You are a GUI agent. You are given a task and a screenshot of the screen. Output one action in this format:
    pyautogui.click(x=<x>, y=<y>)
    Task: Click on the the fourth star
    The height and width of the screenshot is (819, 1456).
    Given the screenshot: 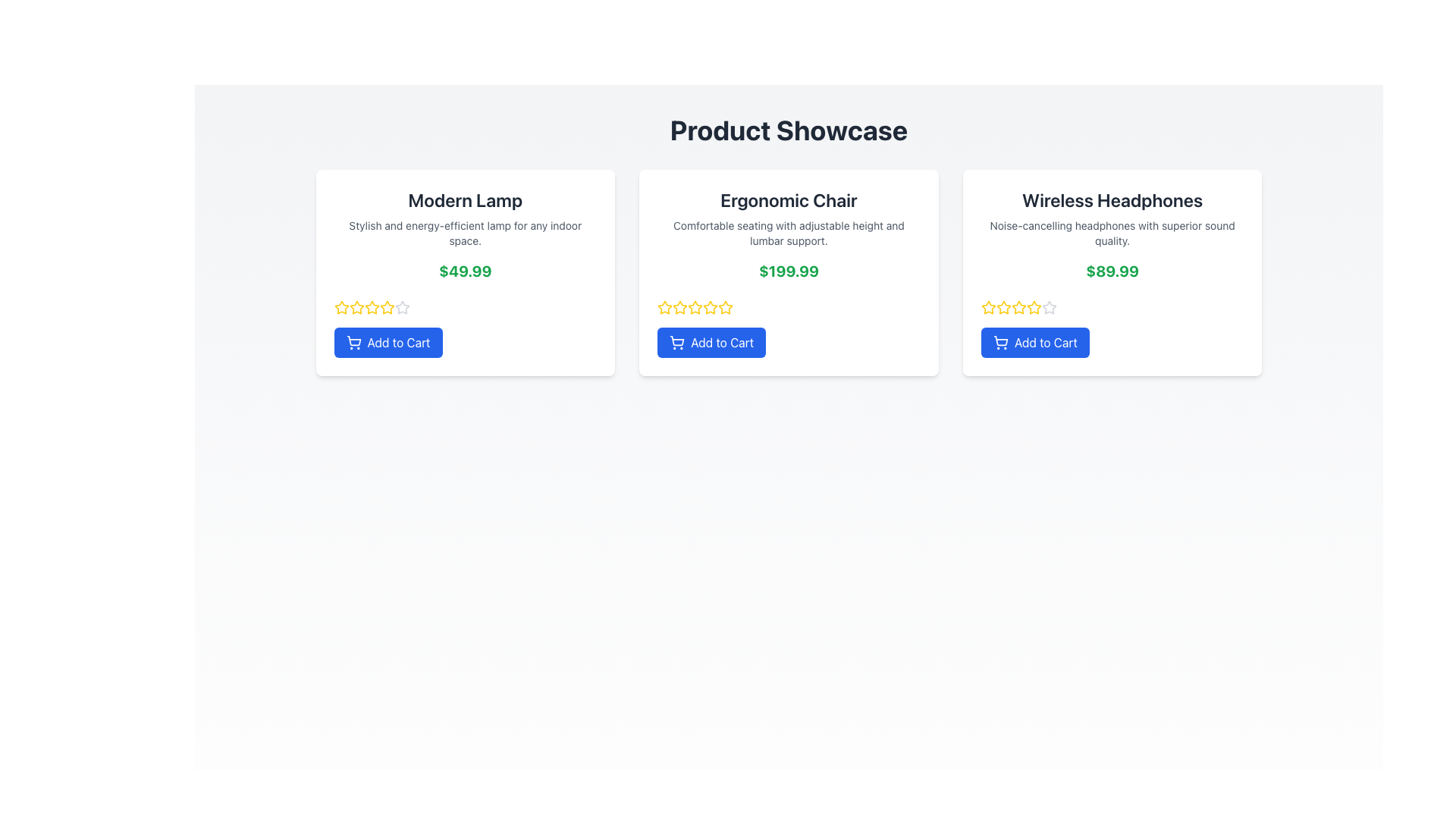 What is the action you would take?
    pyautogui.click(x=372, y=307)
    